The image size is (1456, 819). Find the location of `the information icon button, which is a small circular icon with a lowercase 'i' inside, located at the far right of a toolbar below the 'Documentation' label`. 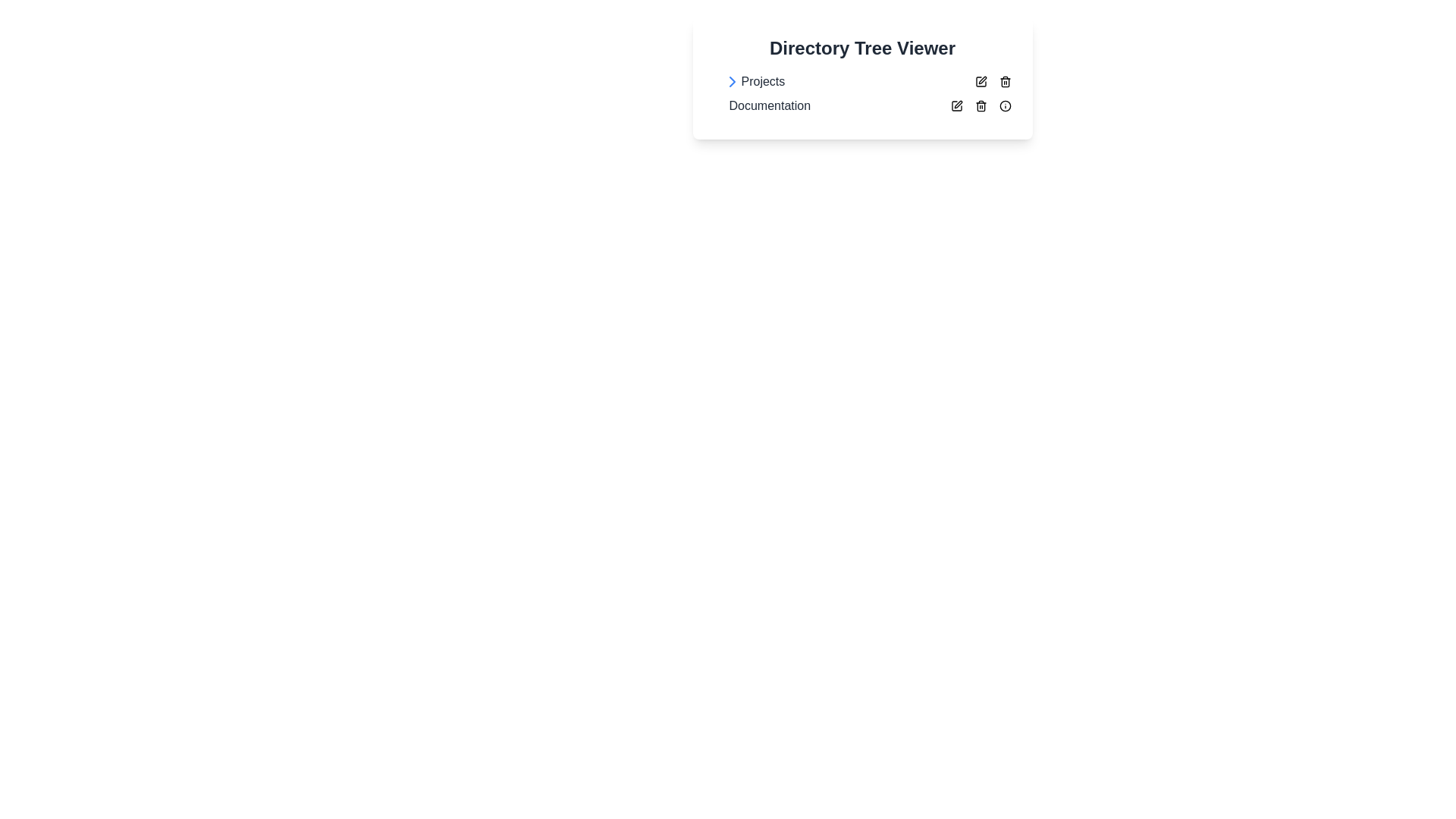

the information icon button, which is a small circular icon with a lowercase 'i' inside, located at the far right of a toolbar below the 'Documentation' label is located at coordinates (1005, 105).